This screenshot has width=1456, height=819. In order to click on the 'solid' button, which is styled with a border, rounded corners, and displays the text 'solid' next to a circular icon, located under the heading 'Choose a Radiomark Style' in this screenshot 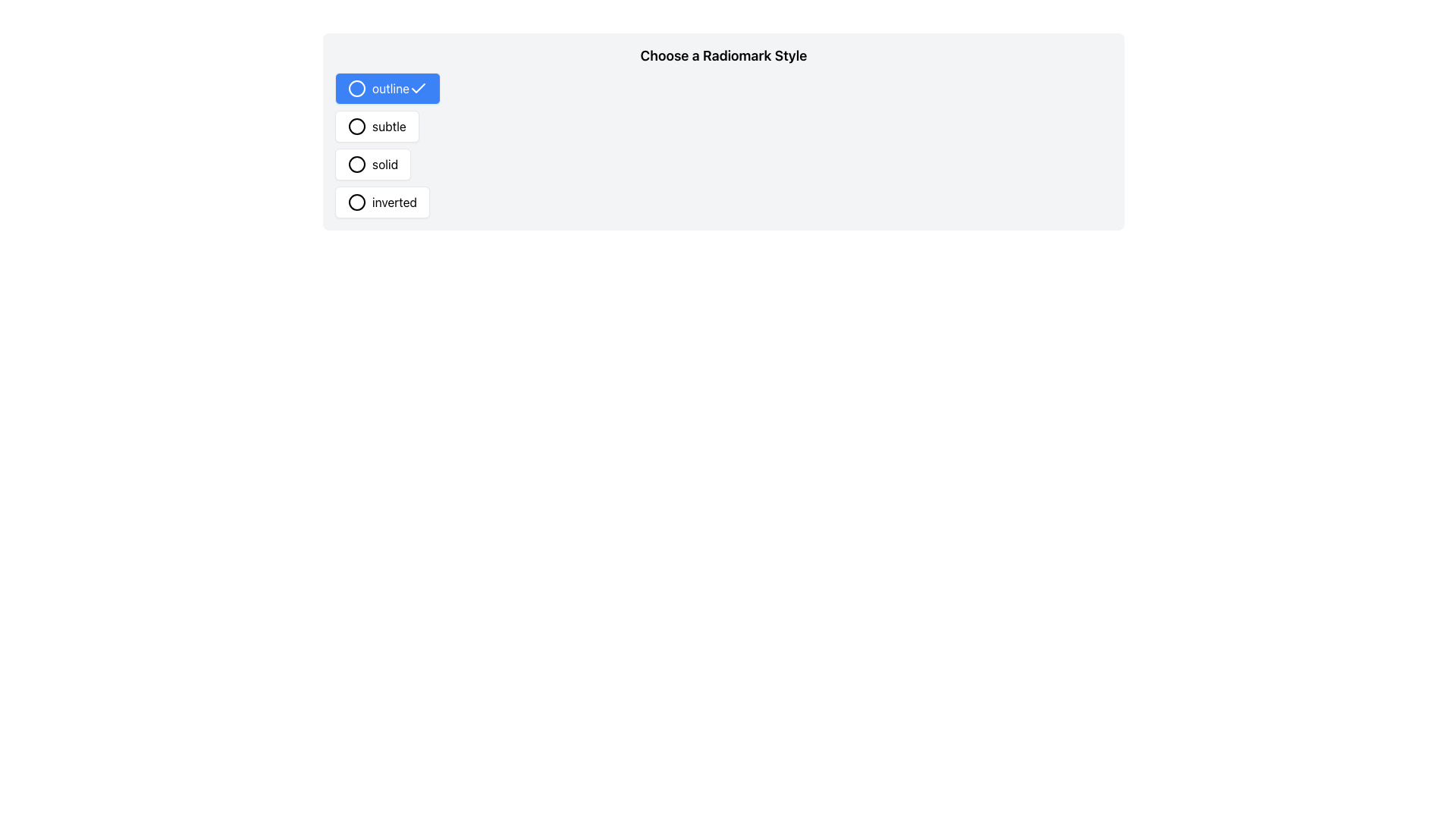, I will do `click(373, 164)`.